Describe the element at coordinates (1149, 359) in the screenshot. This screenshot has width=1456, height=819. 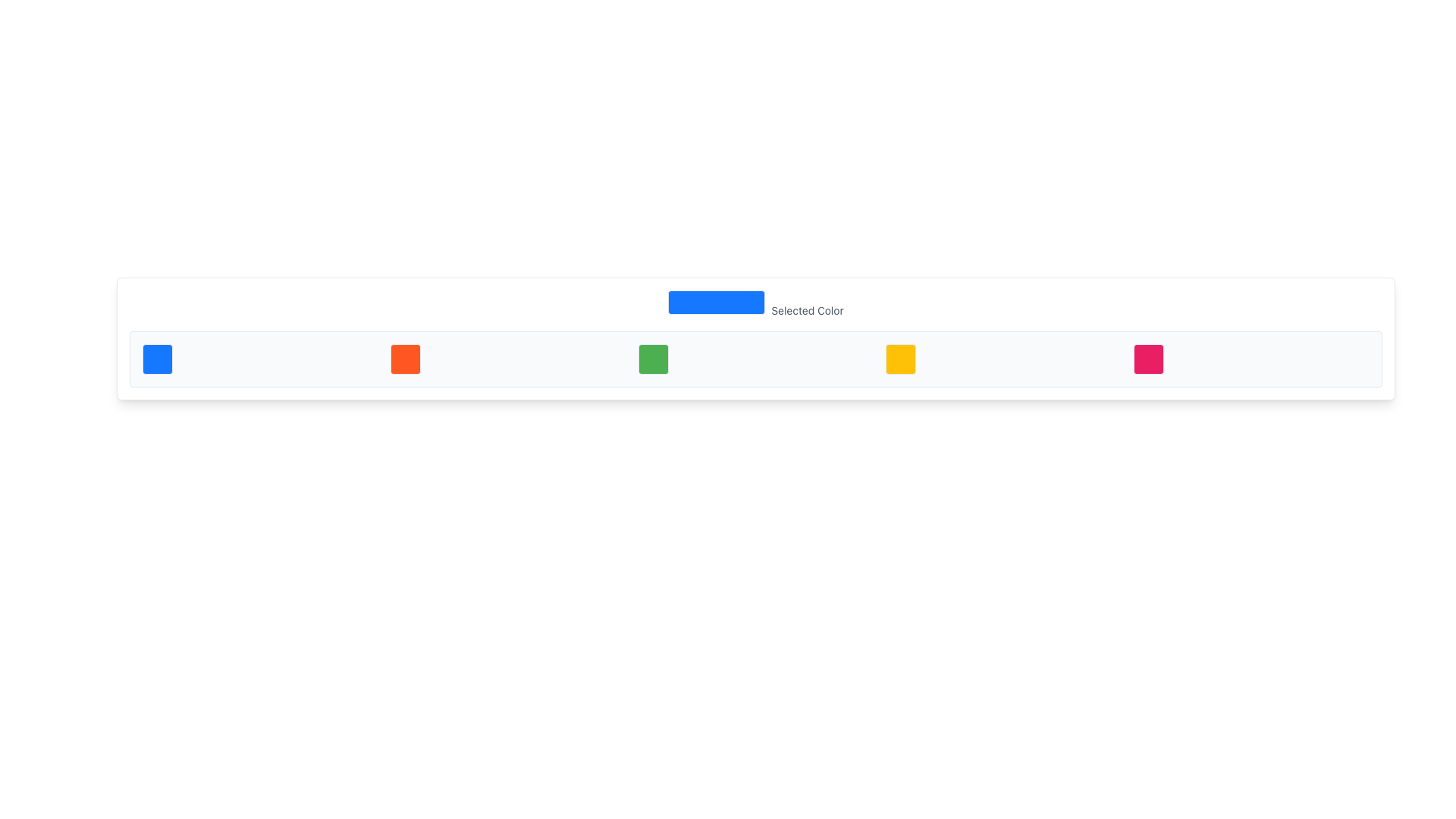
I see `the vibrant pink Color selection button located at the far right of the row beneath the 'Selected Color' blue square` at that location.